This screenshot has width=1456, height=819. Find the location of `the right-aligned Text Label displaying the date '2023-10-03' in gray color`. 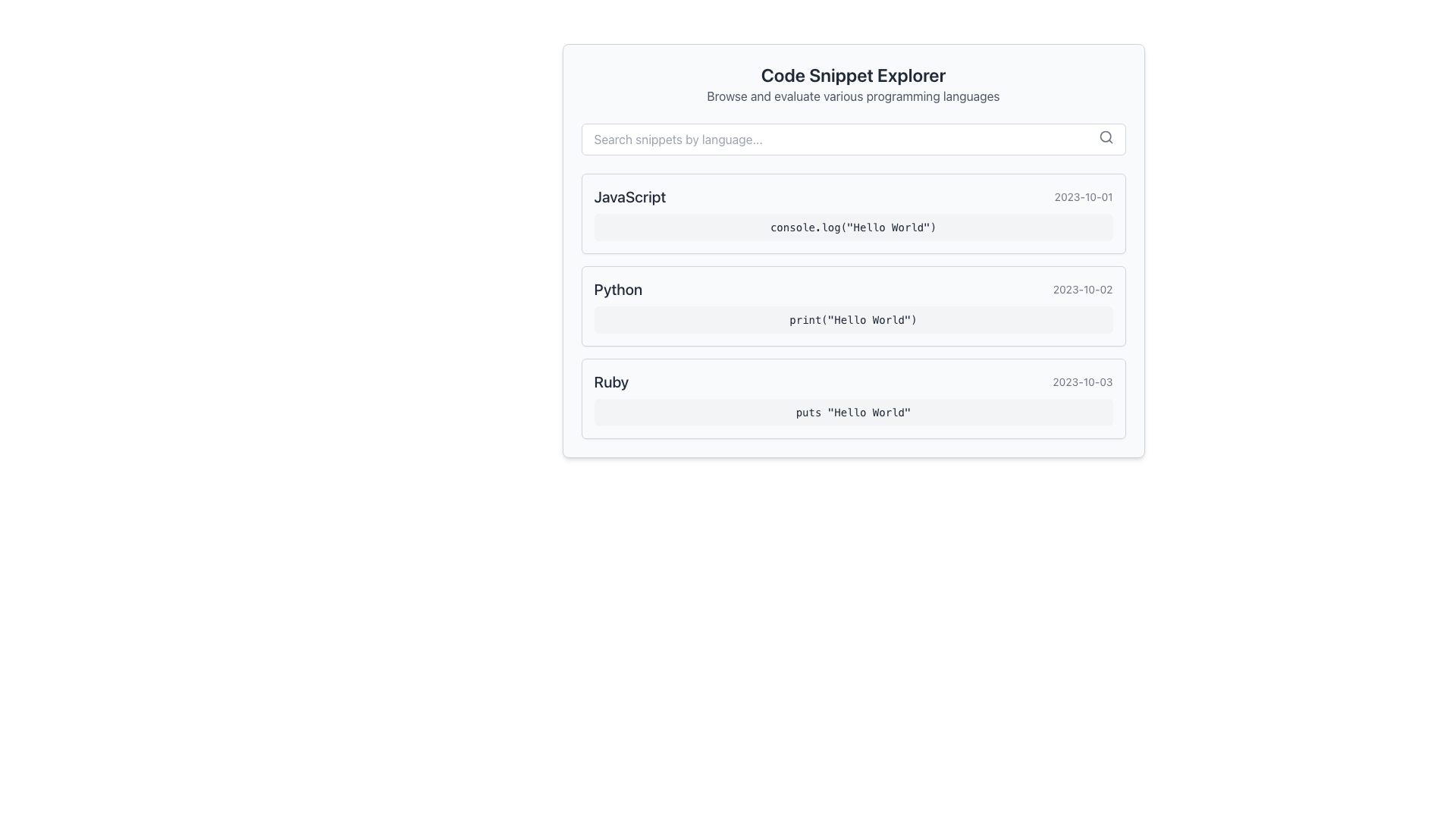

the right-aligned Text Label displaying the date '2023-10-03' in gray color is located at coordinates (1081, 381).